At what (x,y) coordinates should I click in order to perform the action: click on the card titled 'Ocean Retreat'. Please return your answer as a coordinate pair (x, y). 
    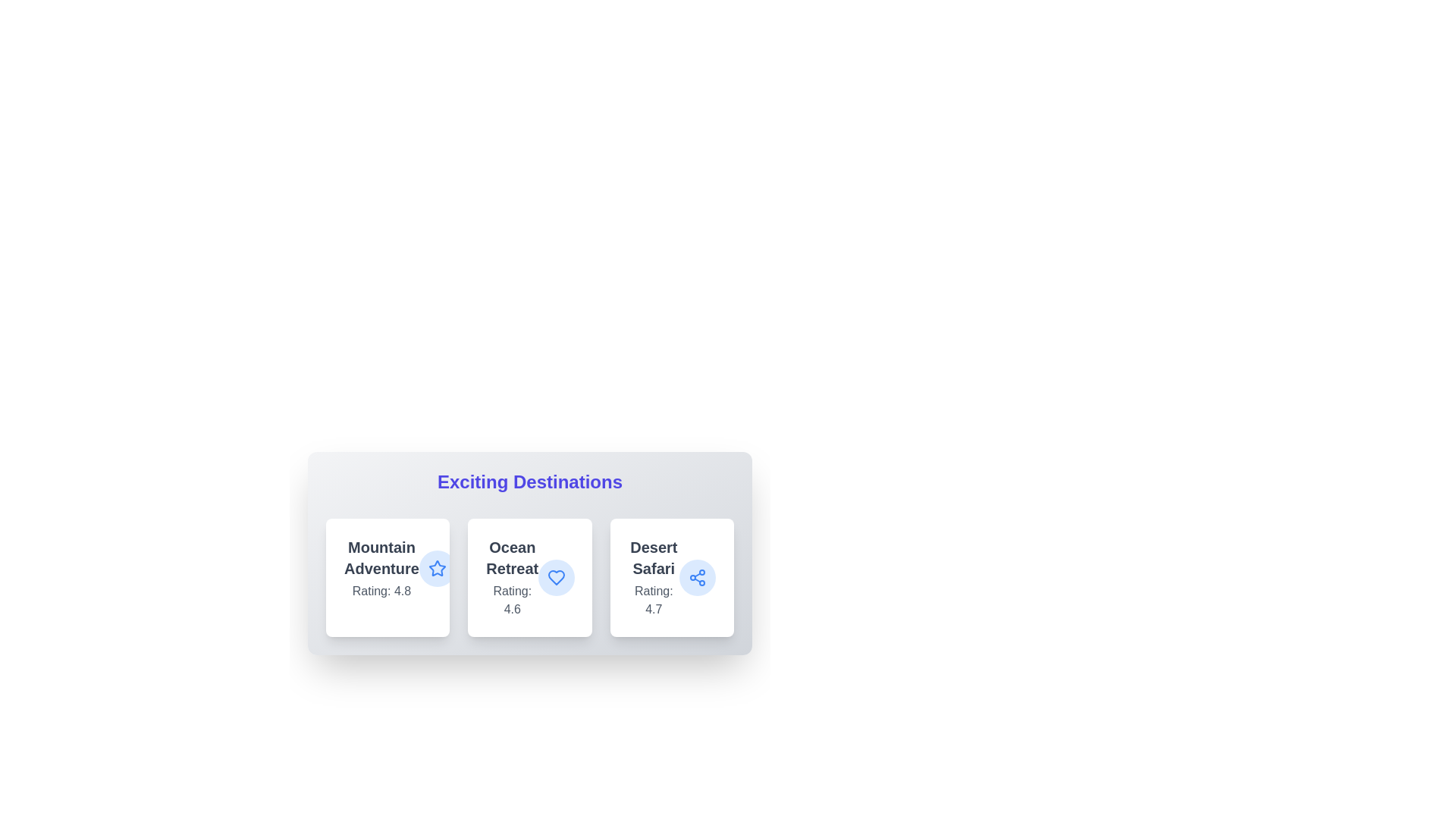
    Looking at the image, I should click on (530, 578).